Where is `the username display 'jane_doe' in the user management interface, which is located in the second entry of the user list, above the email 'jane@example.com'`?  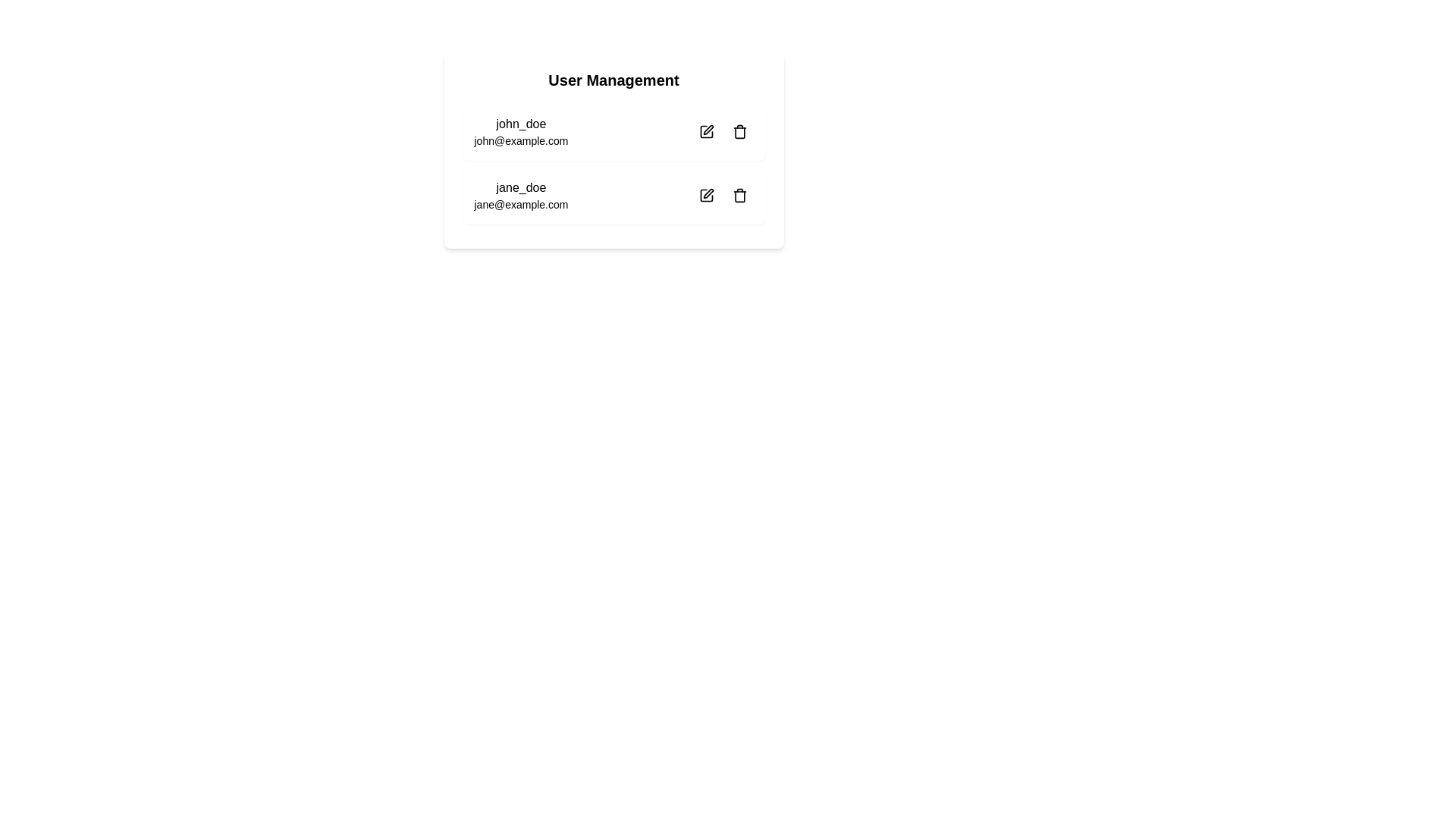 the username display 'jane_doe' in the user management interface, which is located in the second entry of the user list, above the email 'jane@example.com' is located at coordinates (521, 187).